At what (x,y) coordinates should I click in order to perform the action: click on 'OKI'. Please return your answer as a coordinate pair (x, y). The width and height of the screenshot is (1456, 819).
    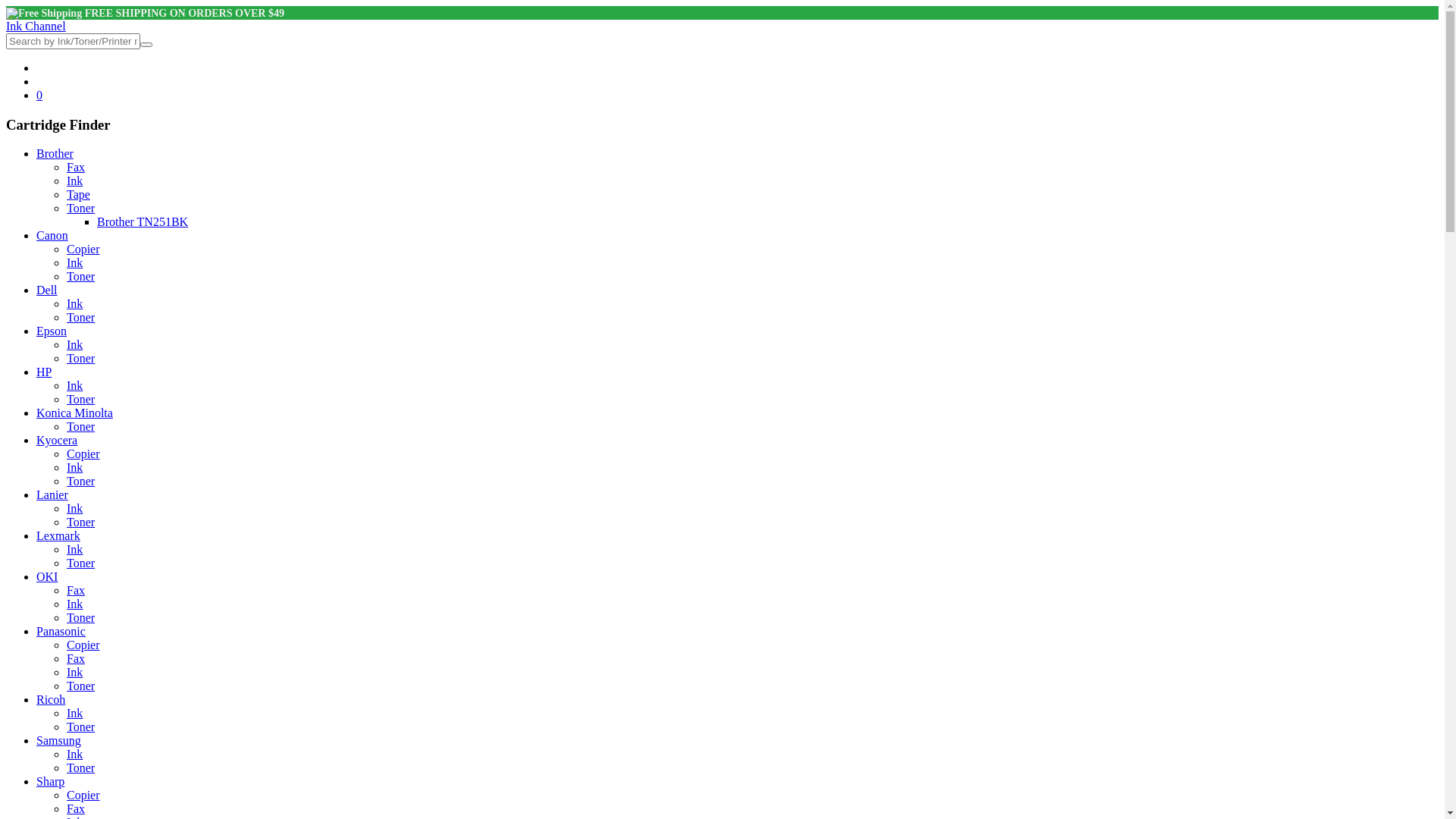
    Looking at the image, I should click on (47, 576).